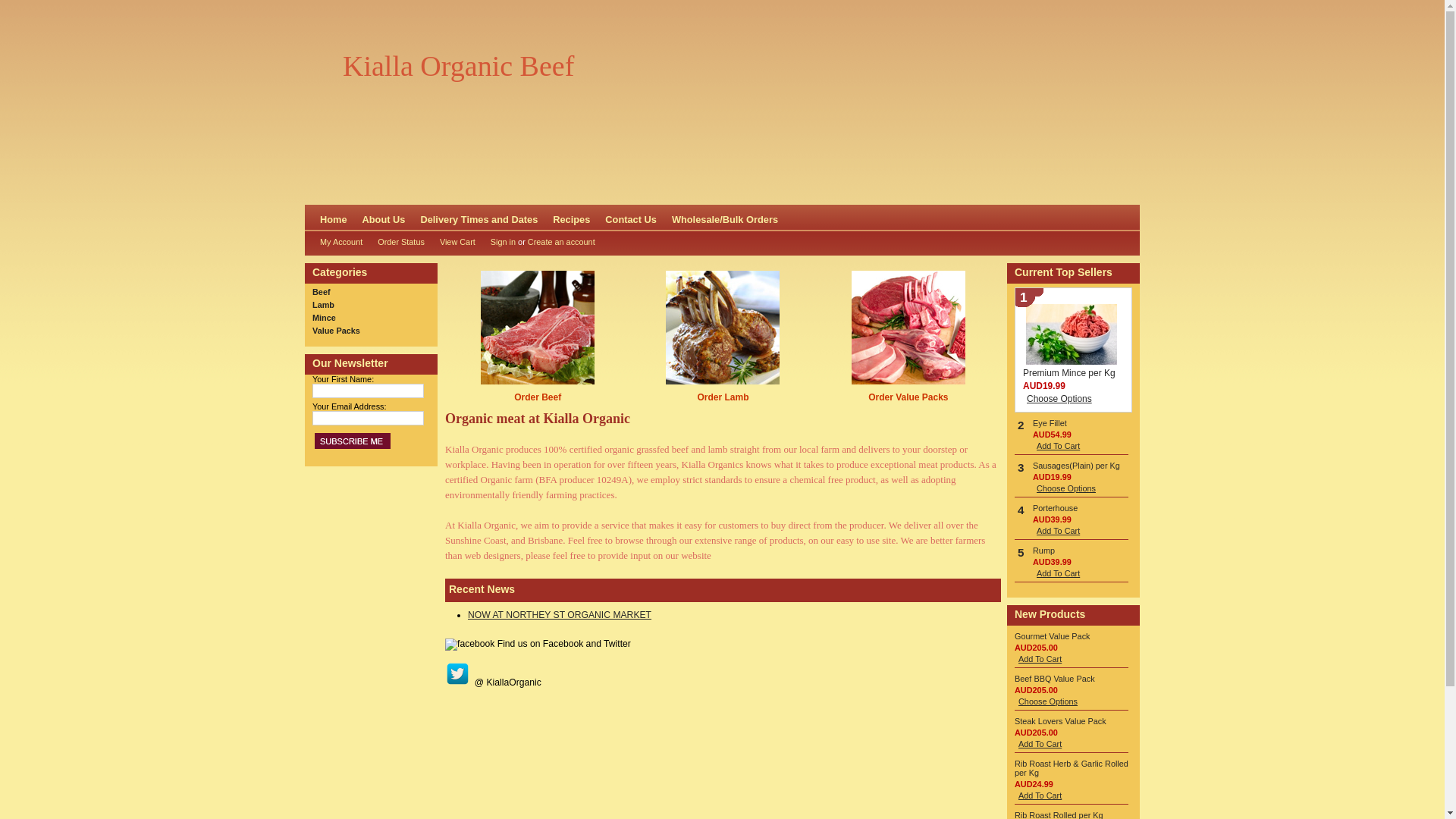 The height and width of the screenshot is (819, 1456). What do you see at coordinates (453, 241) in the screenshot?
I see `'View Cart'` at bounding box center [453, 241].